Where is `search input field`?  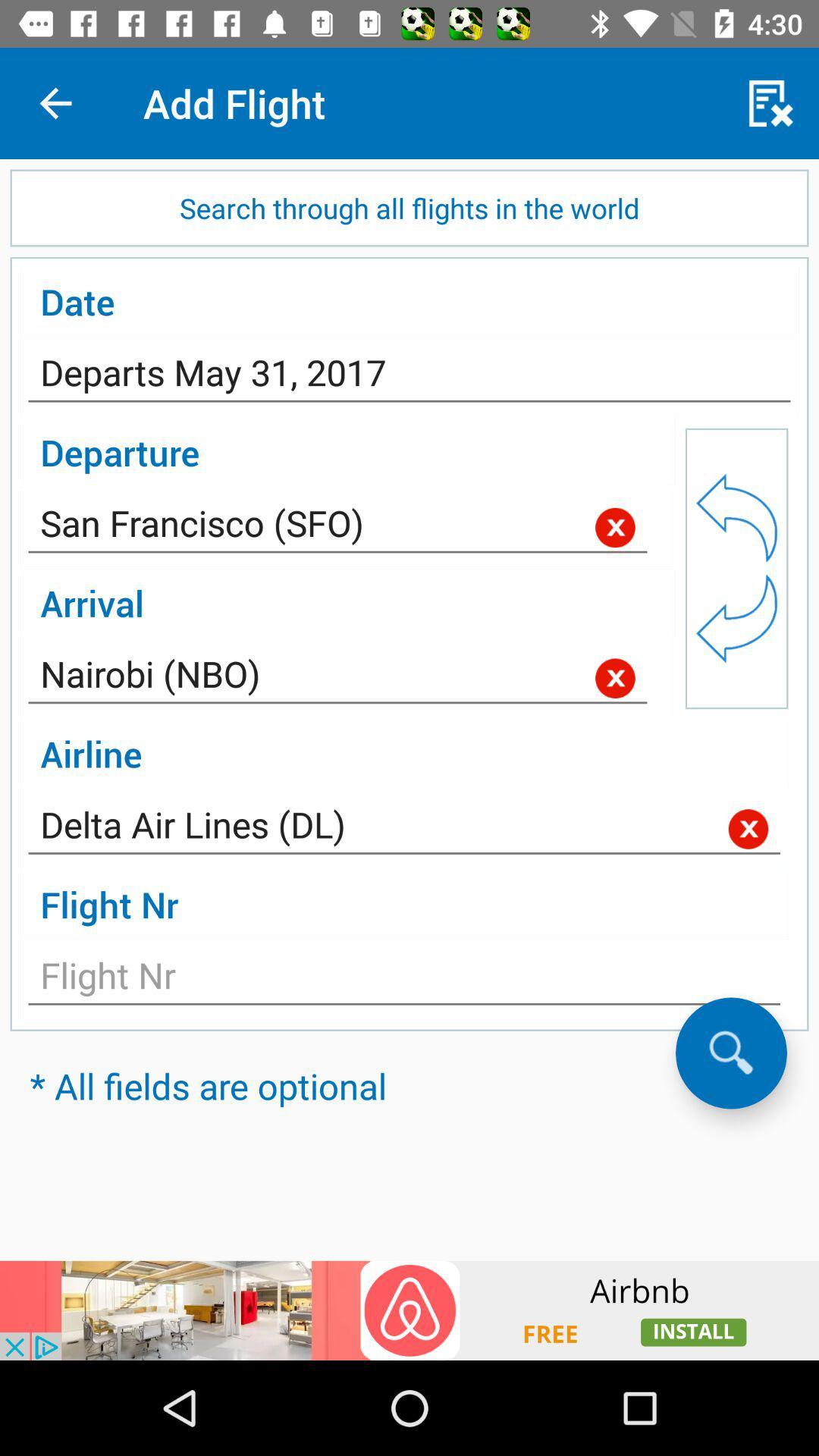 search input field is located at coordinates (730, 1052).